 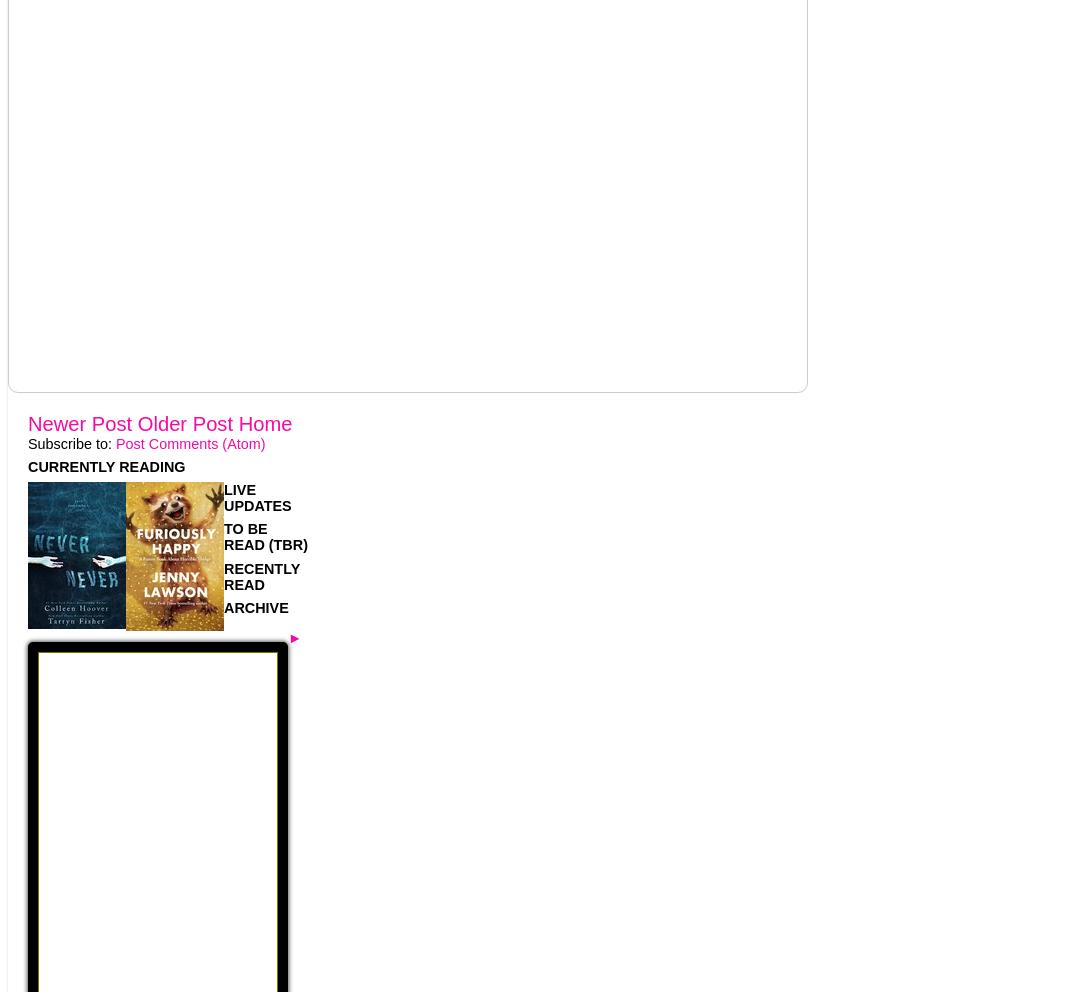 I want to click on 'CURRENTLY READING', so click(x=106, y=467).